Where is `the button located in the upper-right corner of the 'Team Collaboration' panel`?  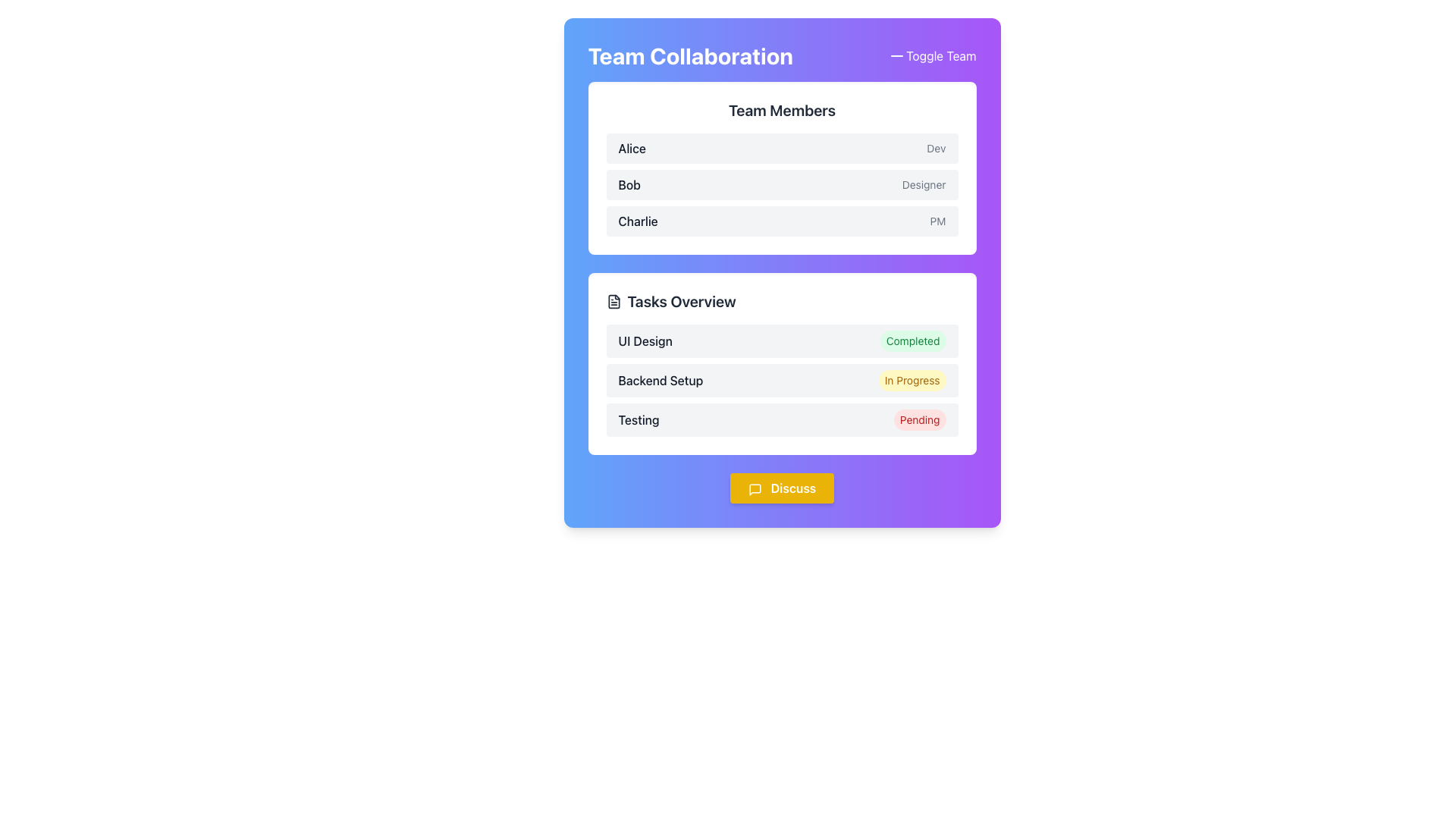
the button located in the upper-right corner of the 'Team Collaboration' panel is located at coordinates (931, 55).